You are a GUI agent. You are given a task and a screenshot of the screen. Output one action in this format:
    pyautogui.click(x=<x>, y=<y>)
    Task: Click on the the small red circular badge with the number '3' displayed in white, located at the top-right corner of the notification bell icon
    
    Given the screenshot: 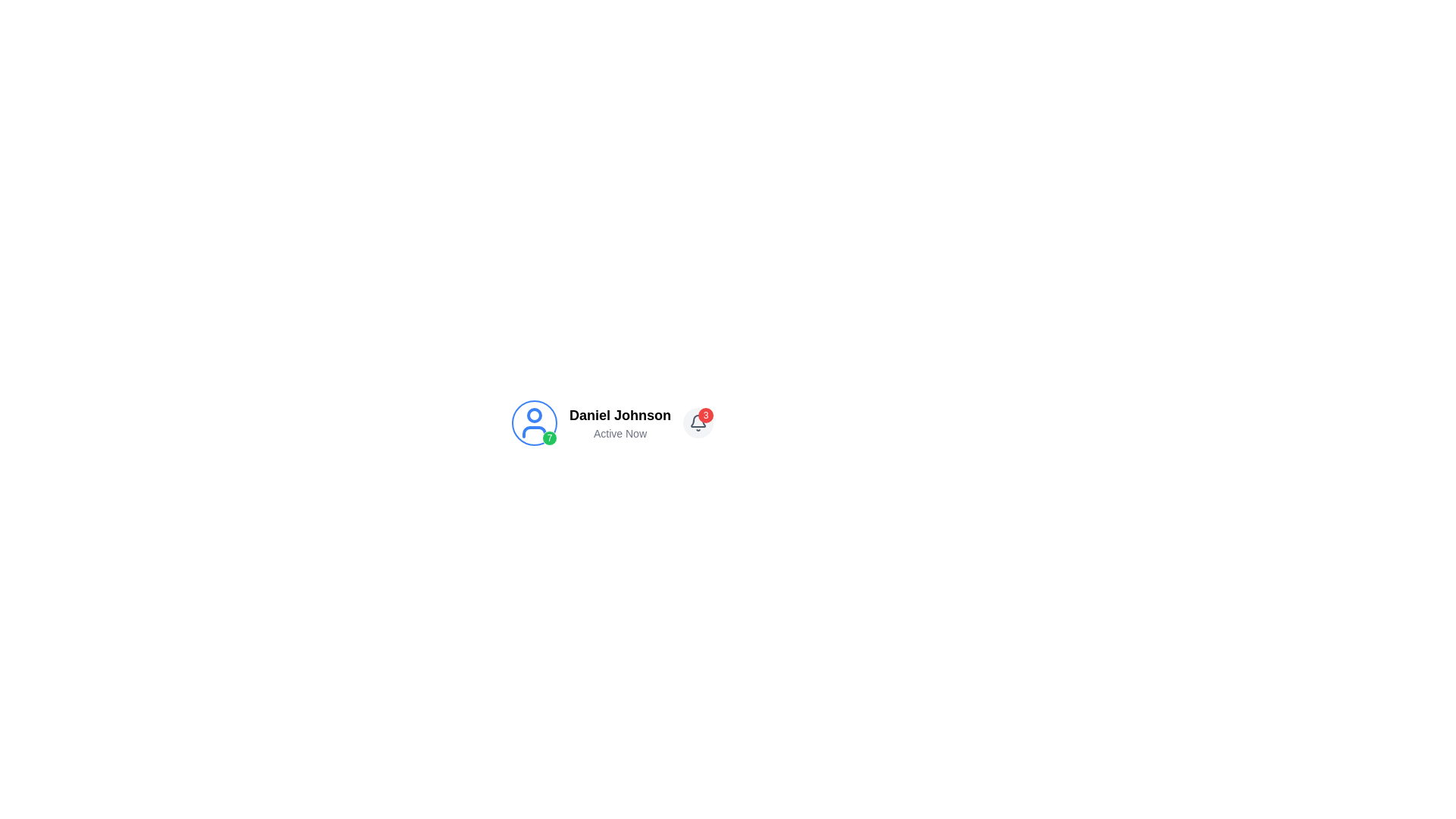 What is the action you would take?
    pyautogui.click(x=705, y=415)
    